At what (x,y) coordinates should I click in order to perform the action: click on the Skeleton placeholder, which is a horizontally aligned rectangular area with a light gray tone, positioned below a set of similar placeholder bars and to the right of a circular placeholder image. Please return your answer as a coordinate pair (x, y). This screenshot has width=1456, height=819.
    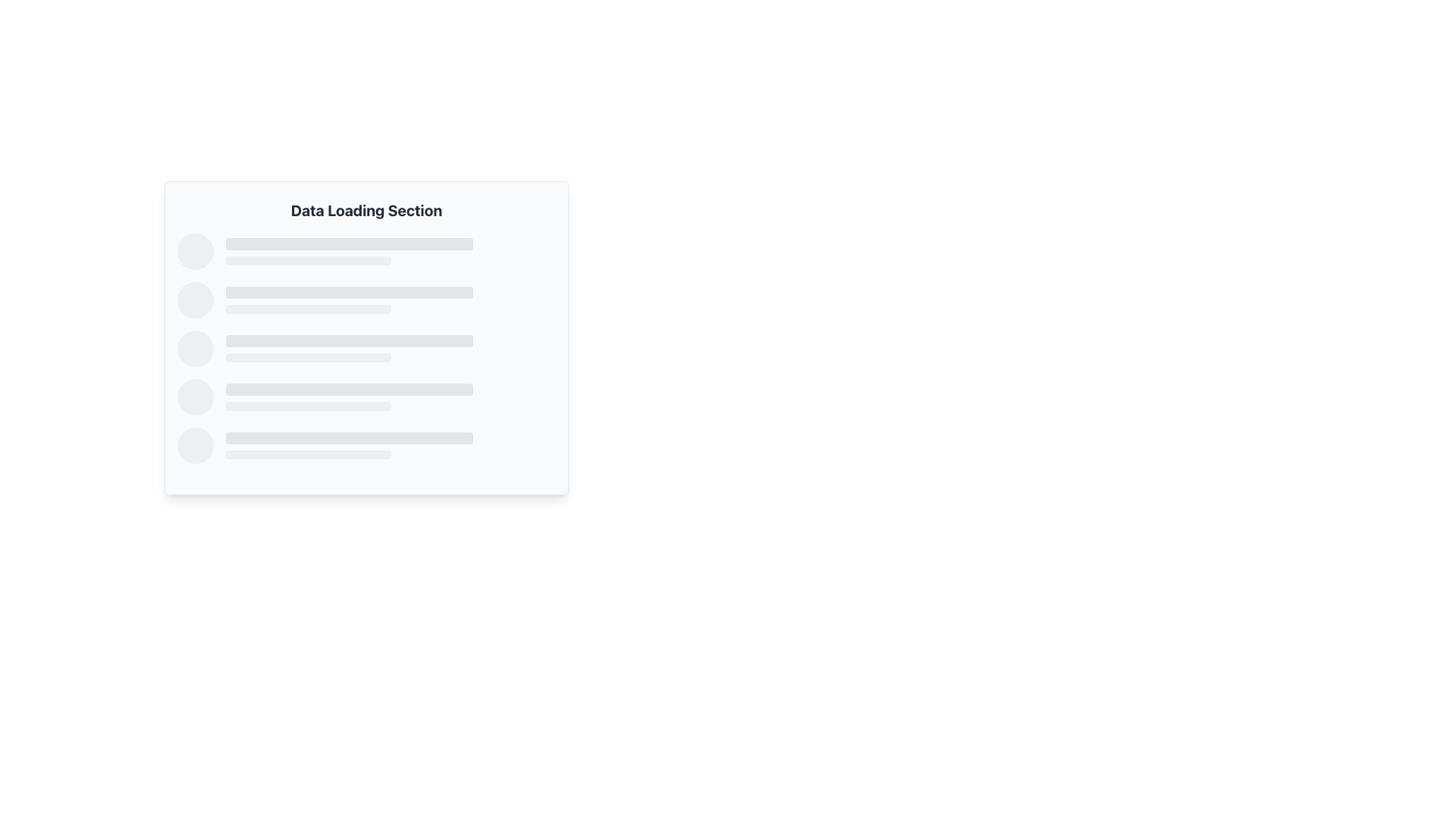
    Looking at the image, I should click on (391, 444).